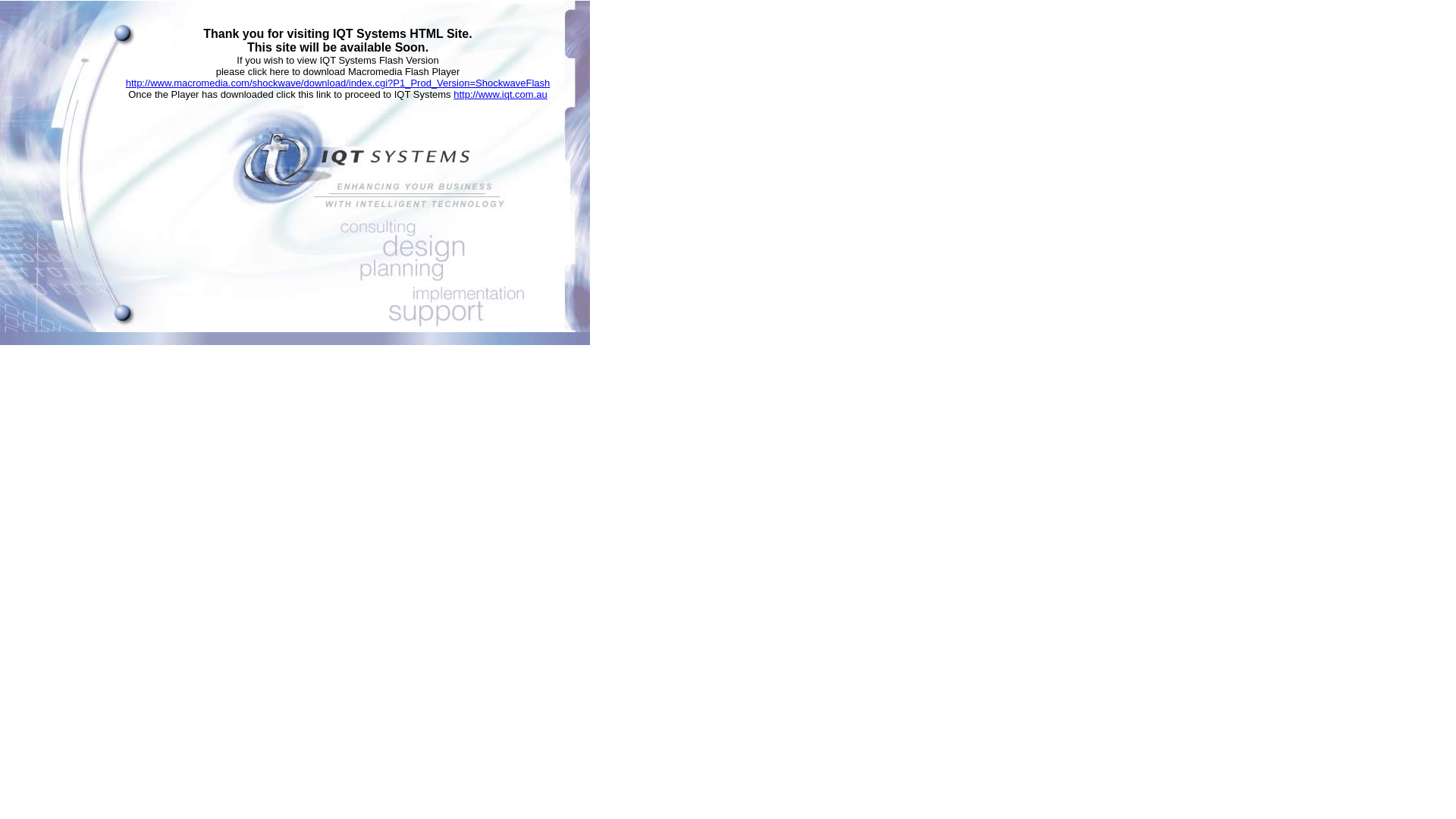 Image resolution: width=1456 pixels, height=819 pixels. What do you see at coordinates (500, 94) in the screenshot?
I see `'http://www.iqt.com.au'` at bounding box center [500, 94].